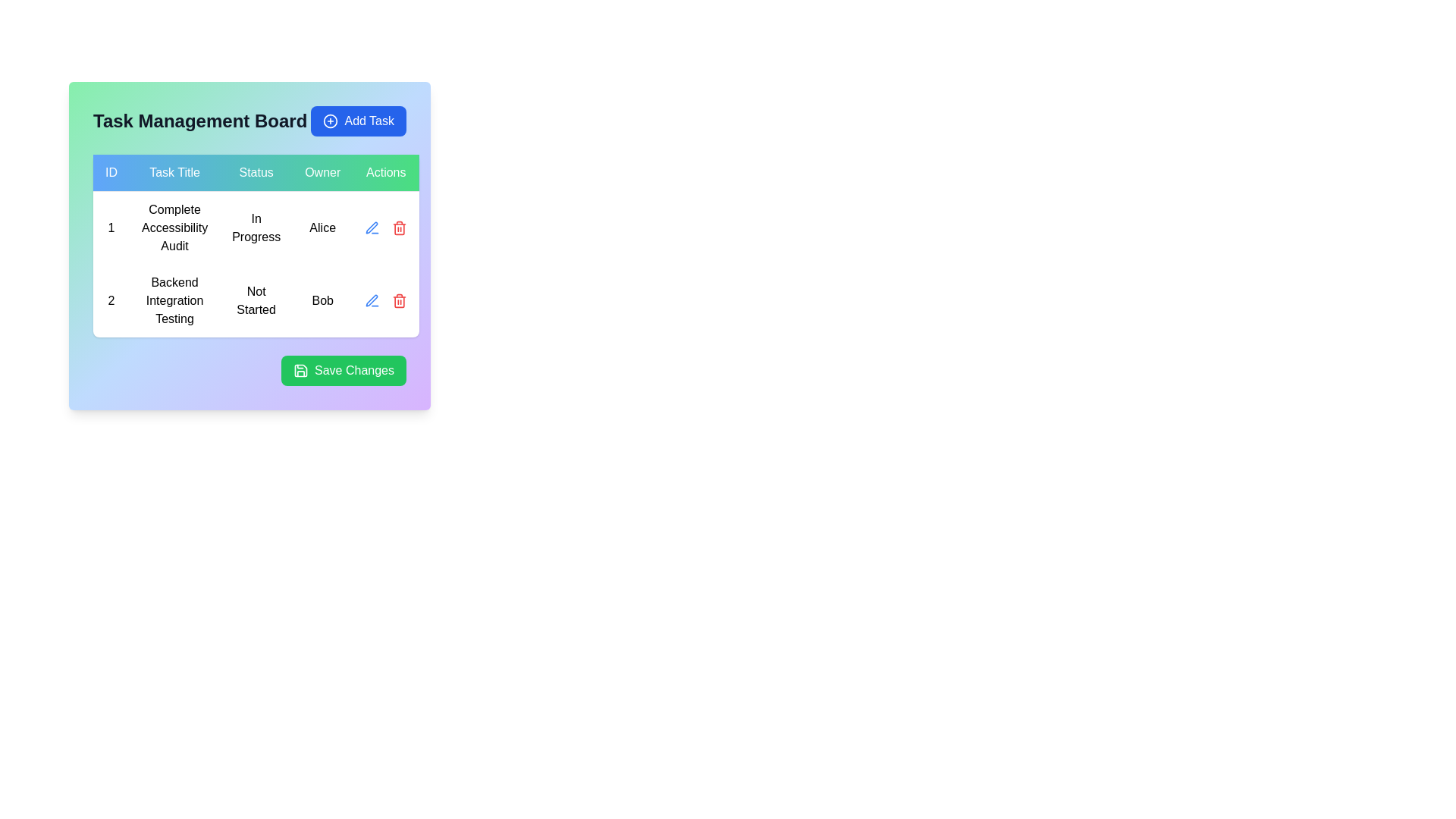 Image resolution: width=1456 pixels, height=819 pixels. What do you see at coordinates (174, 172) in the screenshot?
I see `the 'Task Title' column header in the task management table, which is the second header following 'ID' and preceding 'Status'` at bounding box center [174, 172].